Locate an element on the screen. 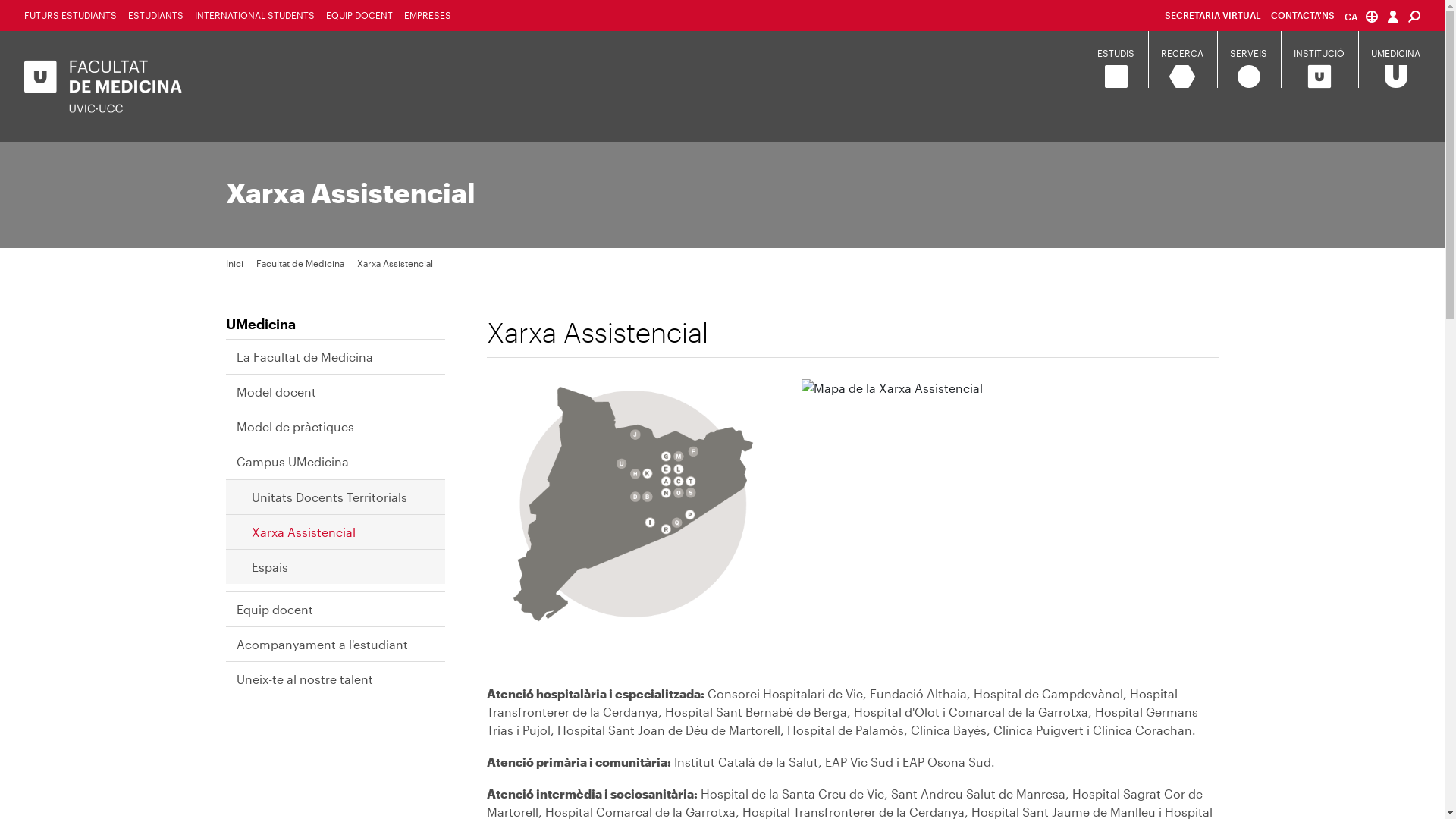 The height and width of the screenshot is (819, 1456). 'SERVEIS' is located at coordinates (1248, 52).